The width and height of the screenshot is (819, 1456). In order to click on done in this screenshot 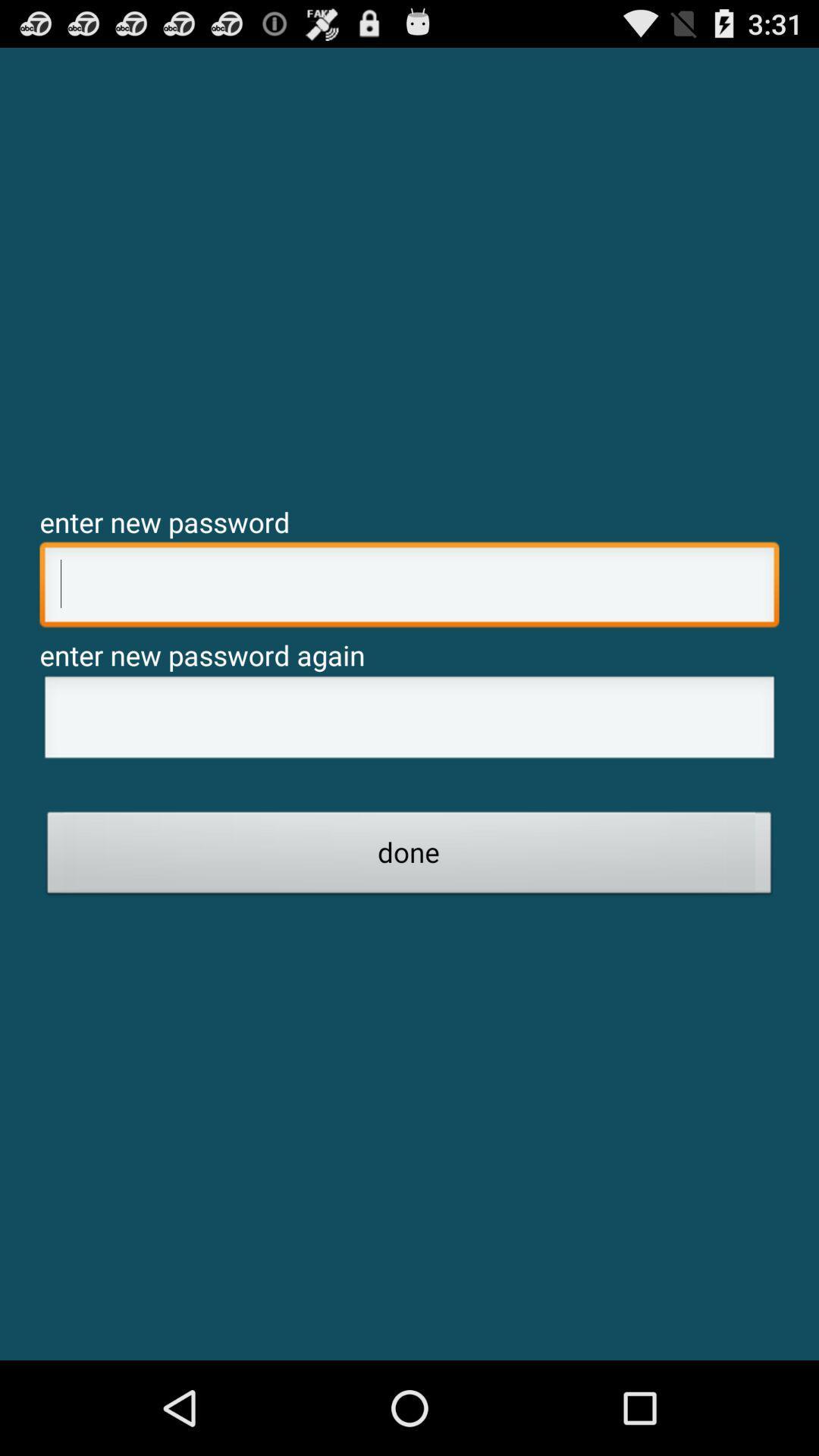, I will do `click(409, 857)`.